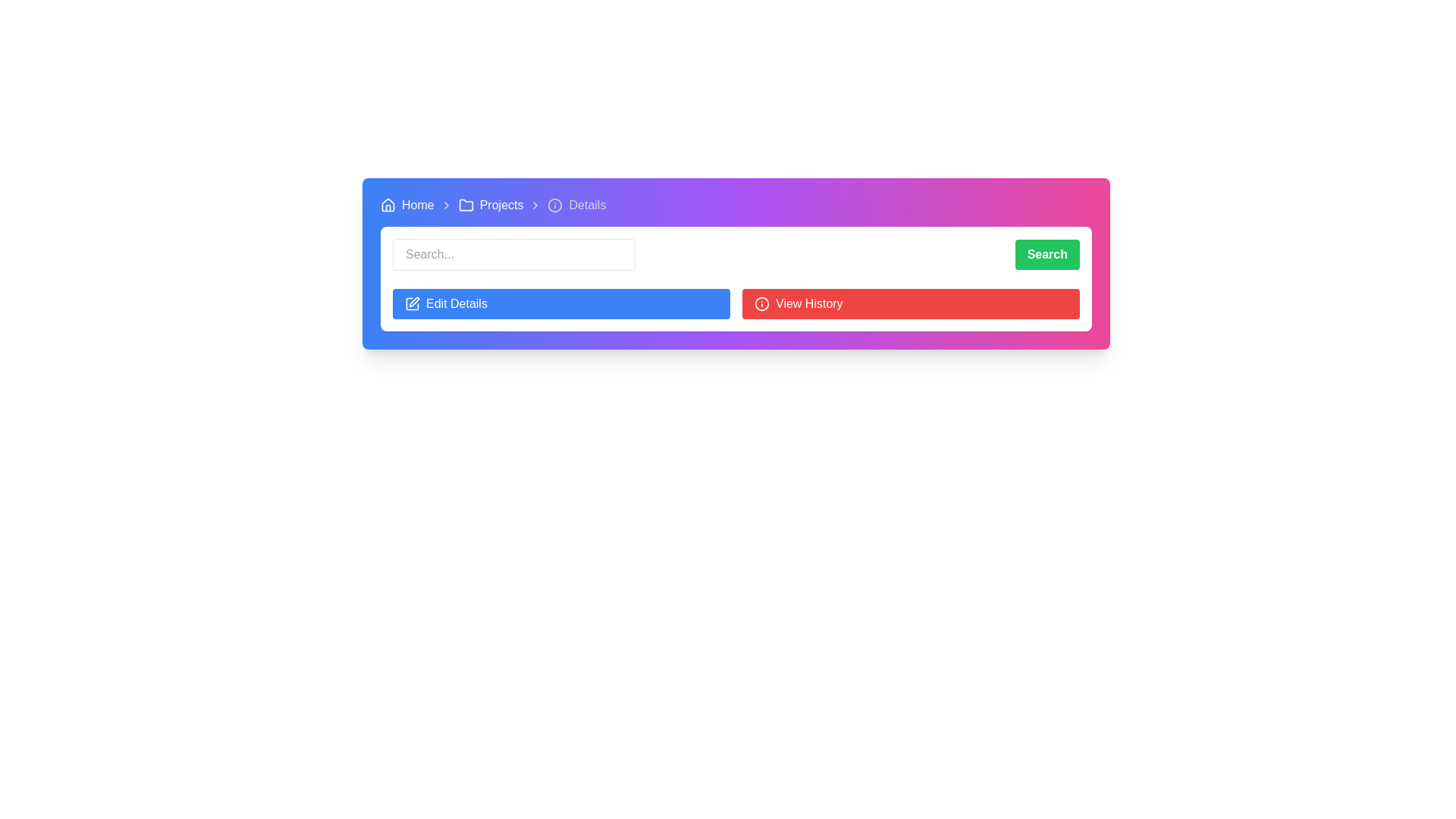  What do you see at coordinates (388, 205) in the screenshot?
I see `the house-shaped home icon with a blue background and white lines, located at the leftmost side of the breadcrumb navigation section` at bounding box center [388, 205].